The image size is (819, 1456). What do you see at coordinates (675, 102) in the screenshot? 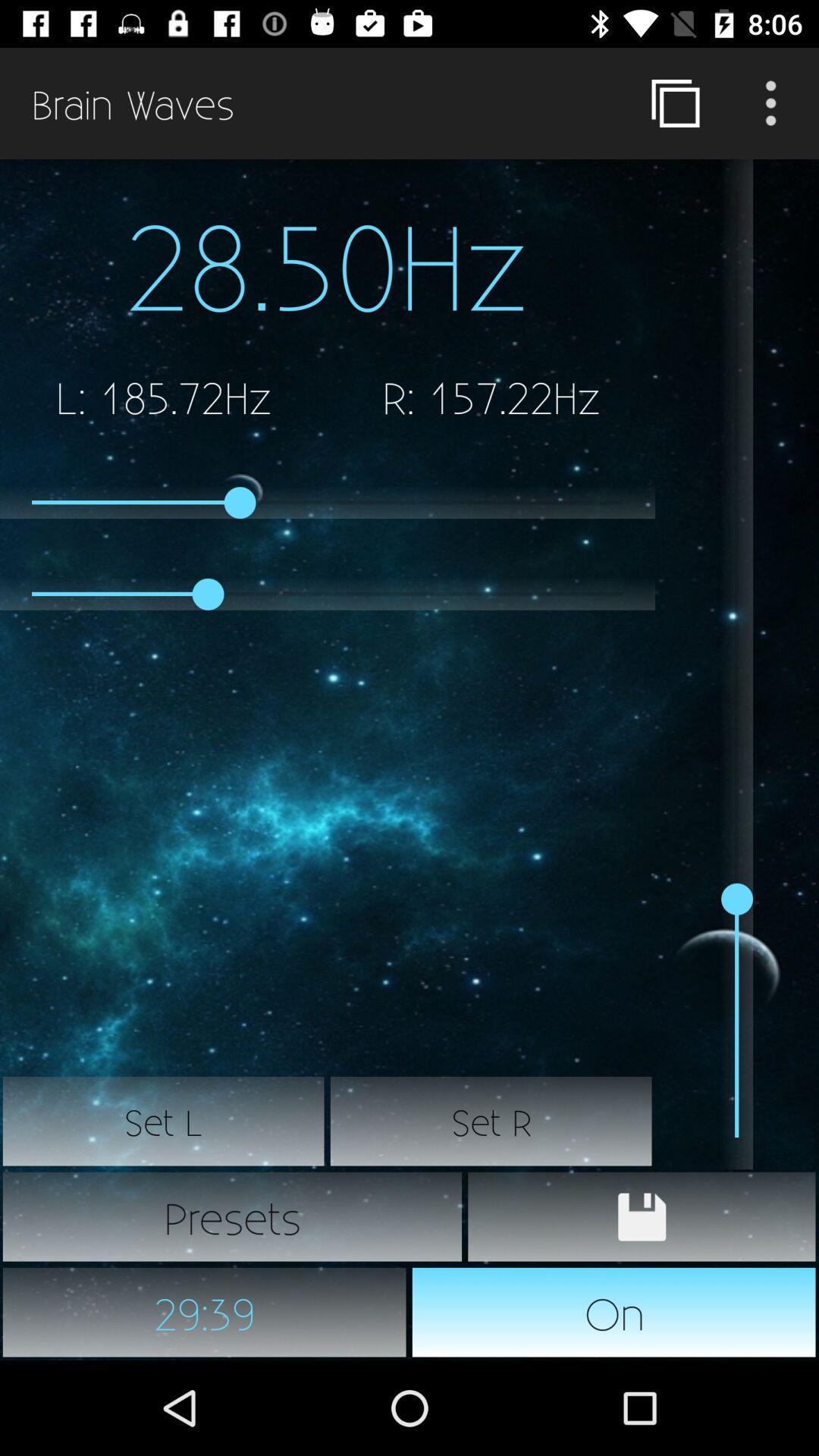
I see `item next to brain waves icon` at bounding box center [675, 102].